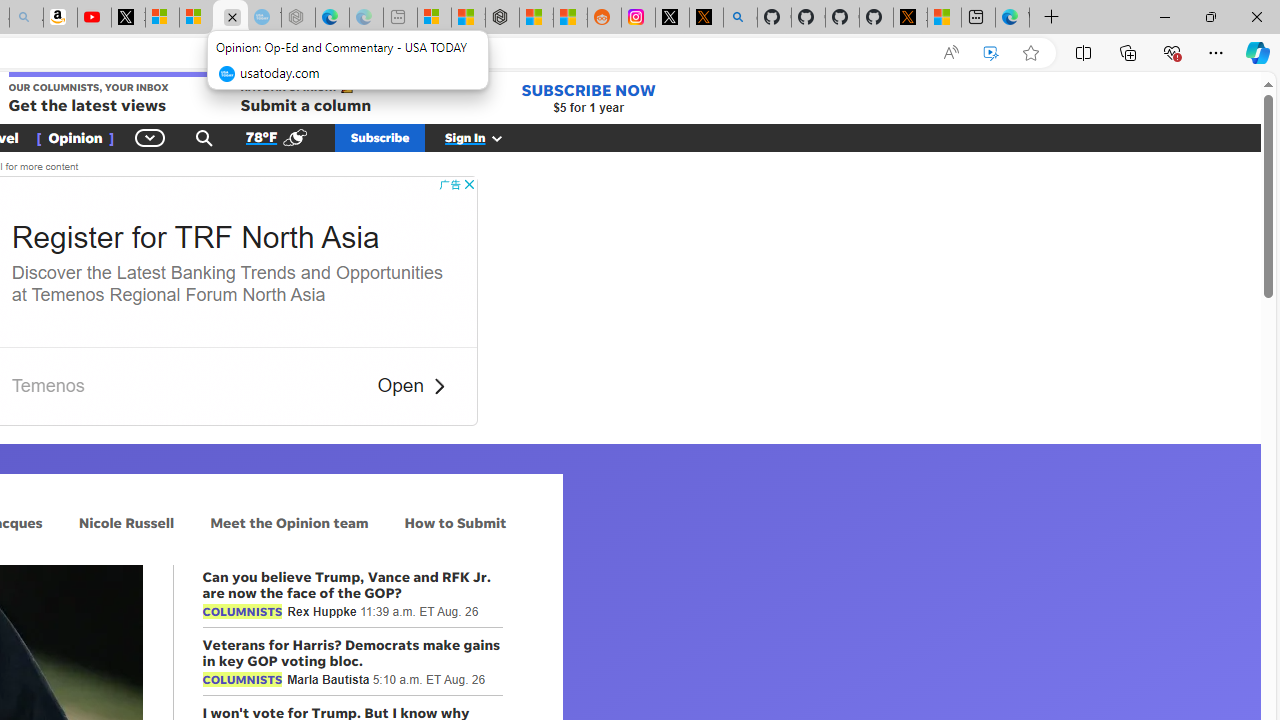 The height and width of the screenshot is (720, 1280). Describe the element at coordinates (1082, 51) in the screenshot. I see `'Split screen'` at that location.